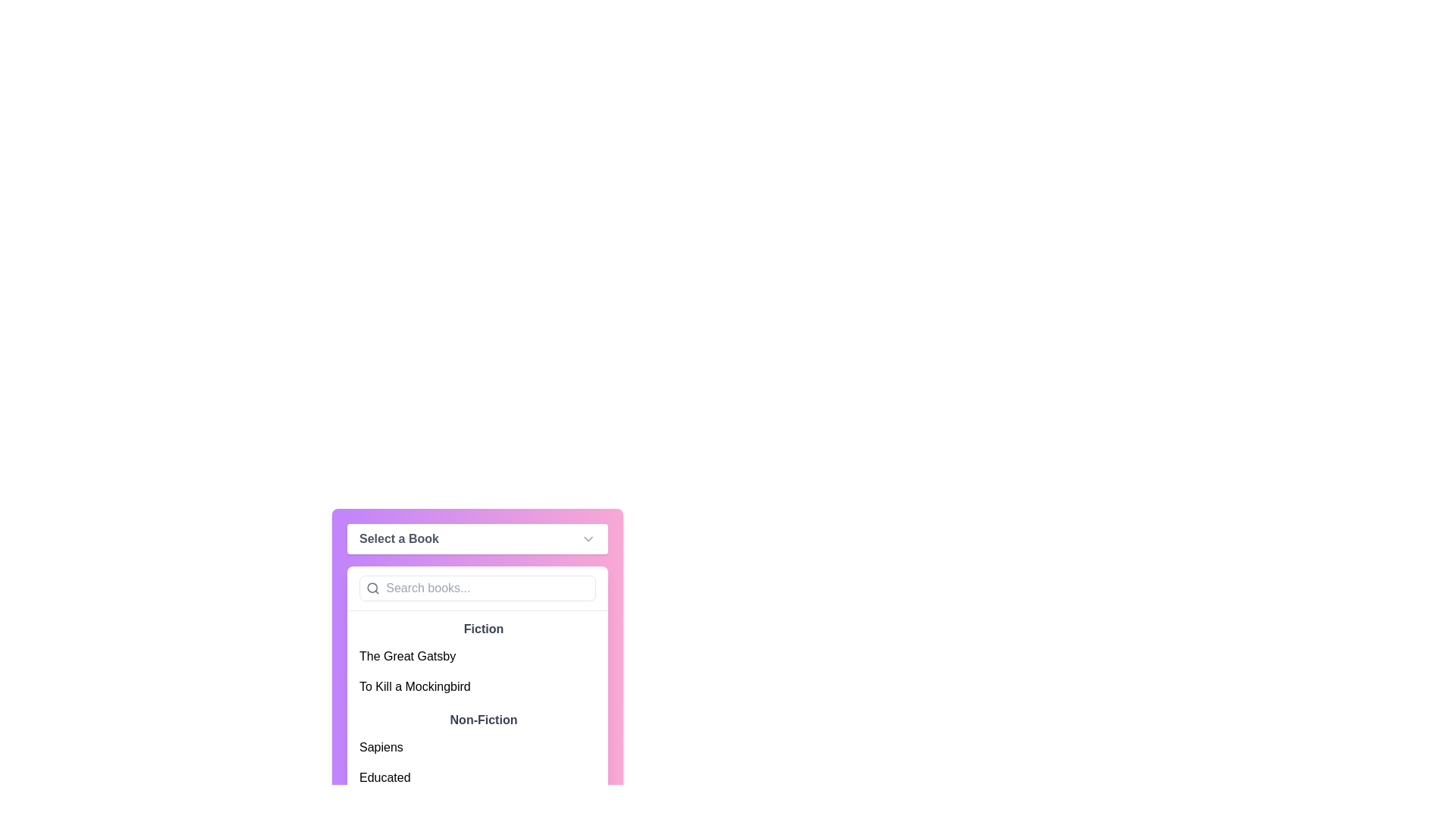 This screenshot has height=819, width=1456. What do you see at coordinates (407, 656) in the screenshot?
I see `the text item 'The Great Gatsby' in the dropdown menu under the 'Fiction' heading` at bounding box center [407, 656].